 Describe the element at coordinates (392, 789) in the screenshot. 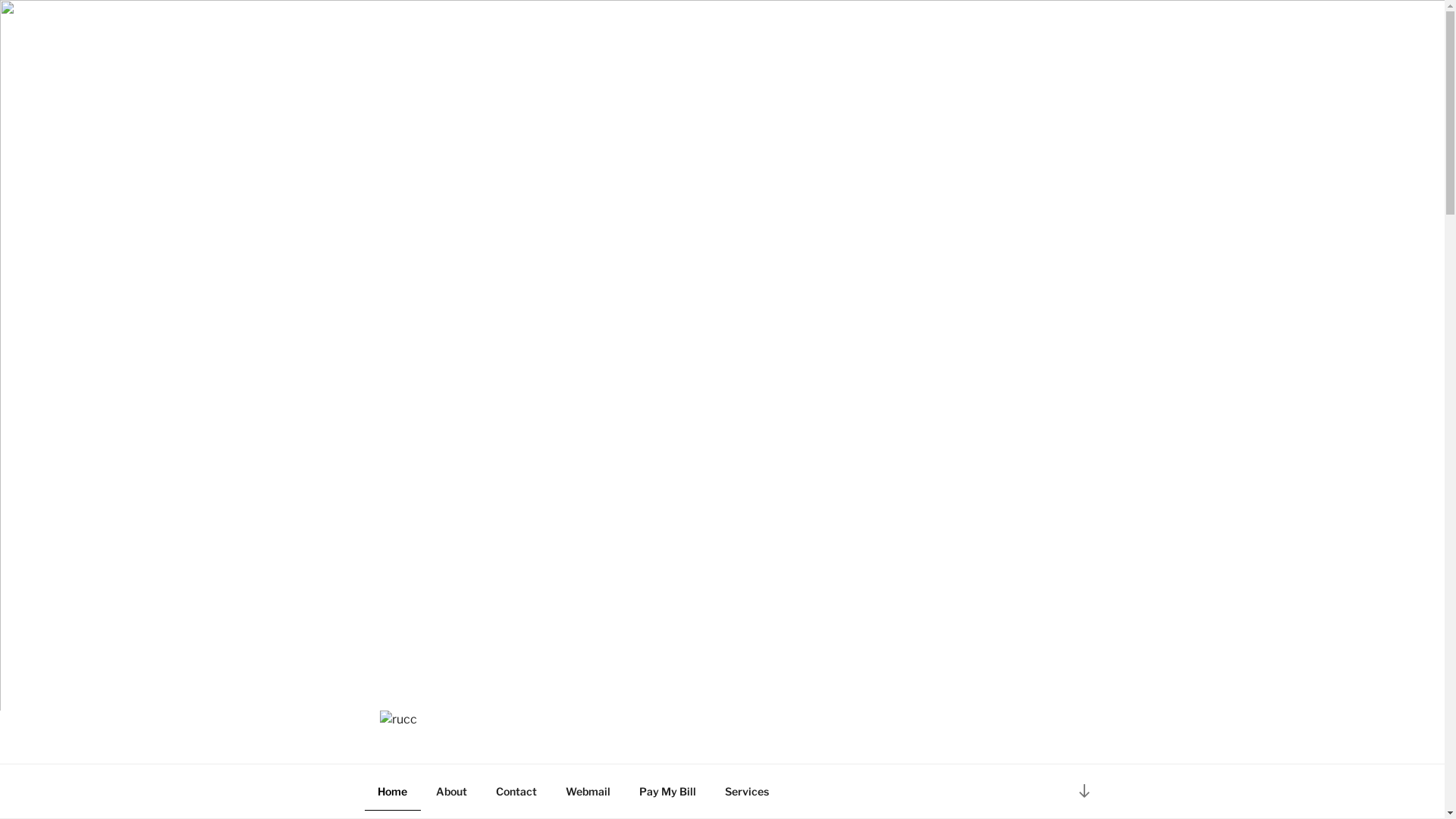

I see `'Home'` at that location.